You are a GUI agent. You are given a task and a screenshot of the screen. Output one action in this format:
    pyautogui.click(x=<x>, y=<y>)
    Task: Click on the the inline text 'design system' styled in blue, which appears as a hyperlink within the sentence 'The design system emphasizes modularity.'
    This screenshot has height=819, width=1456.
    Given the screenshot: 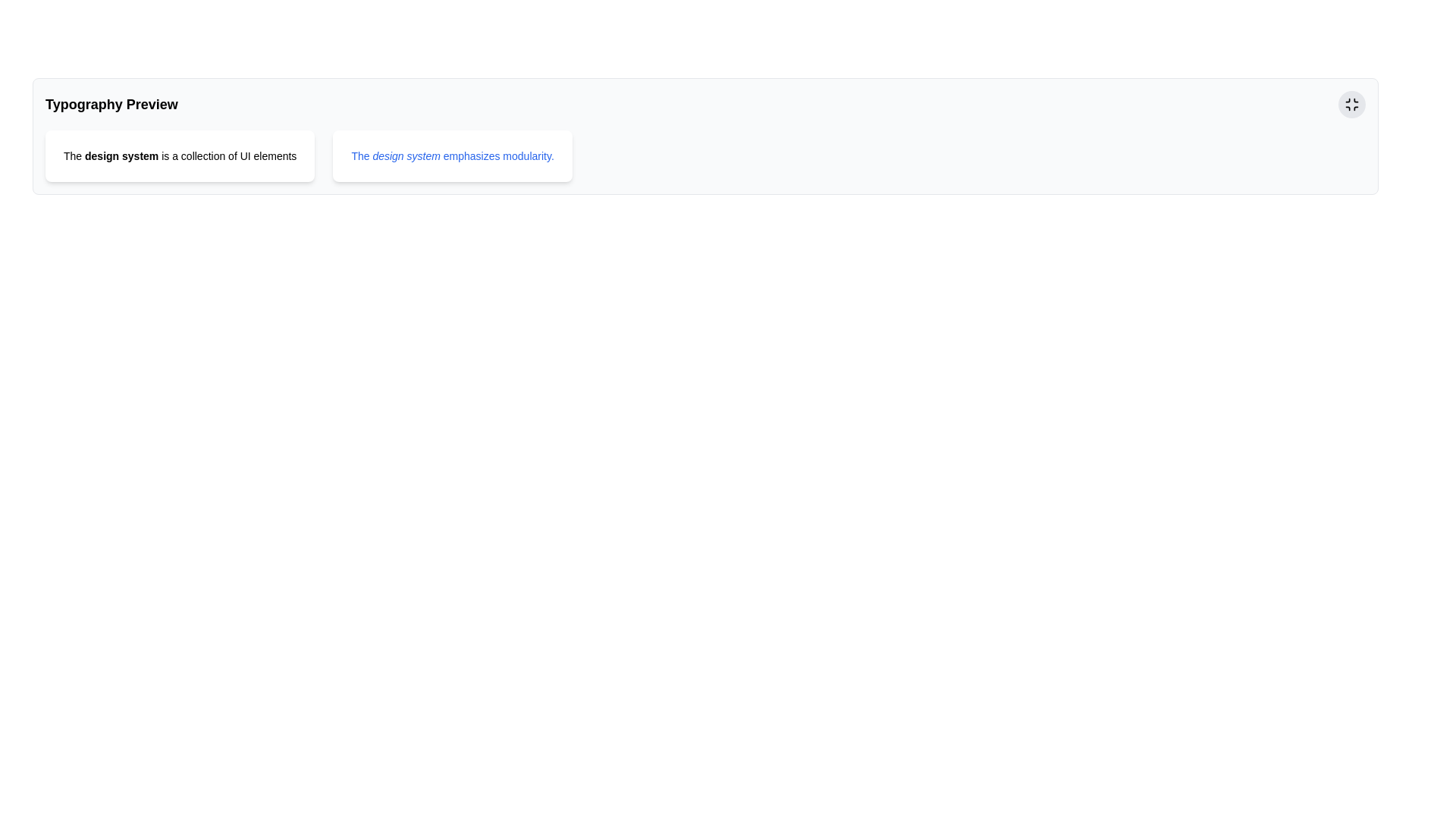 What is the action you would take?
    pyautogui.click(x=406, y=155)
    